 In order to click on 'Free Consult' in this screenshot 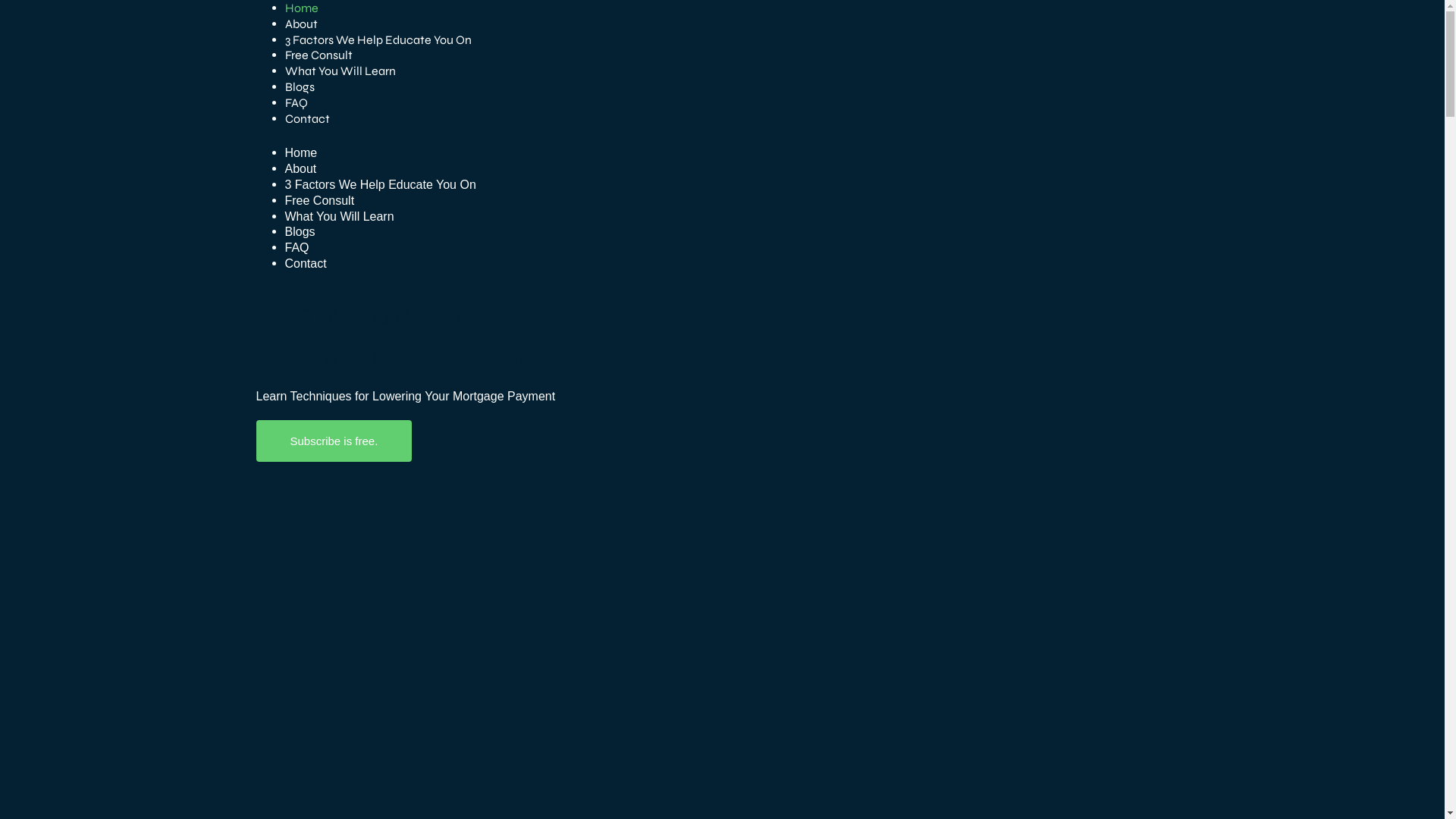, I will do `click(284, 199)`.